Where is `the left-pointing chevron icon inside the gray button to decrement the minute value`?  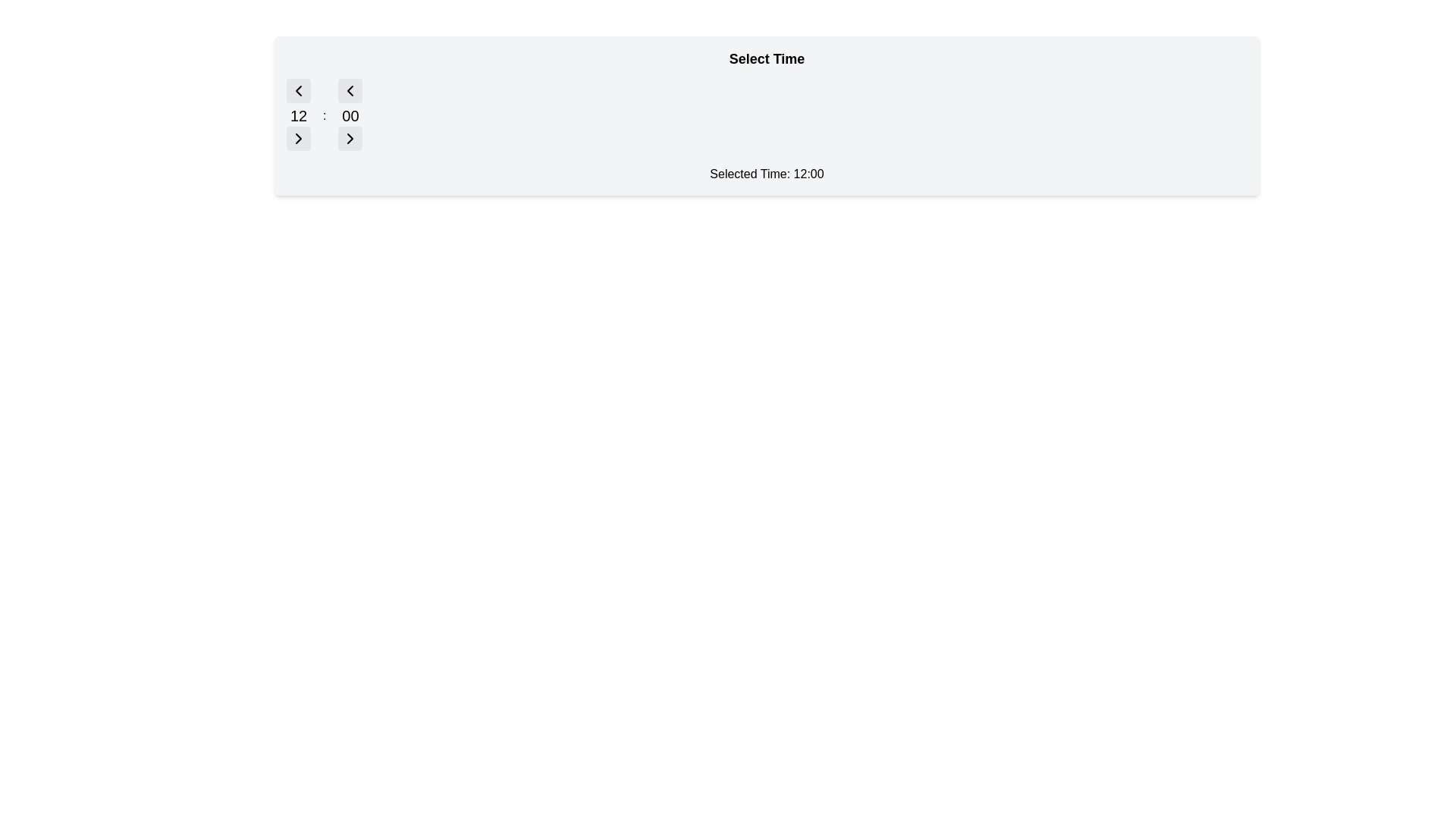
the left-pointing chevron icon inside the gray button to decrement the minute value is located at coordinates (350, 90).